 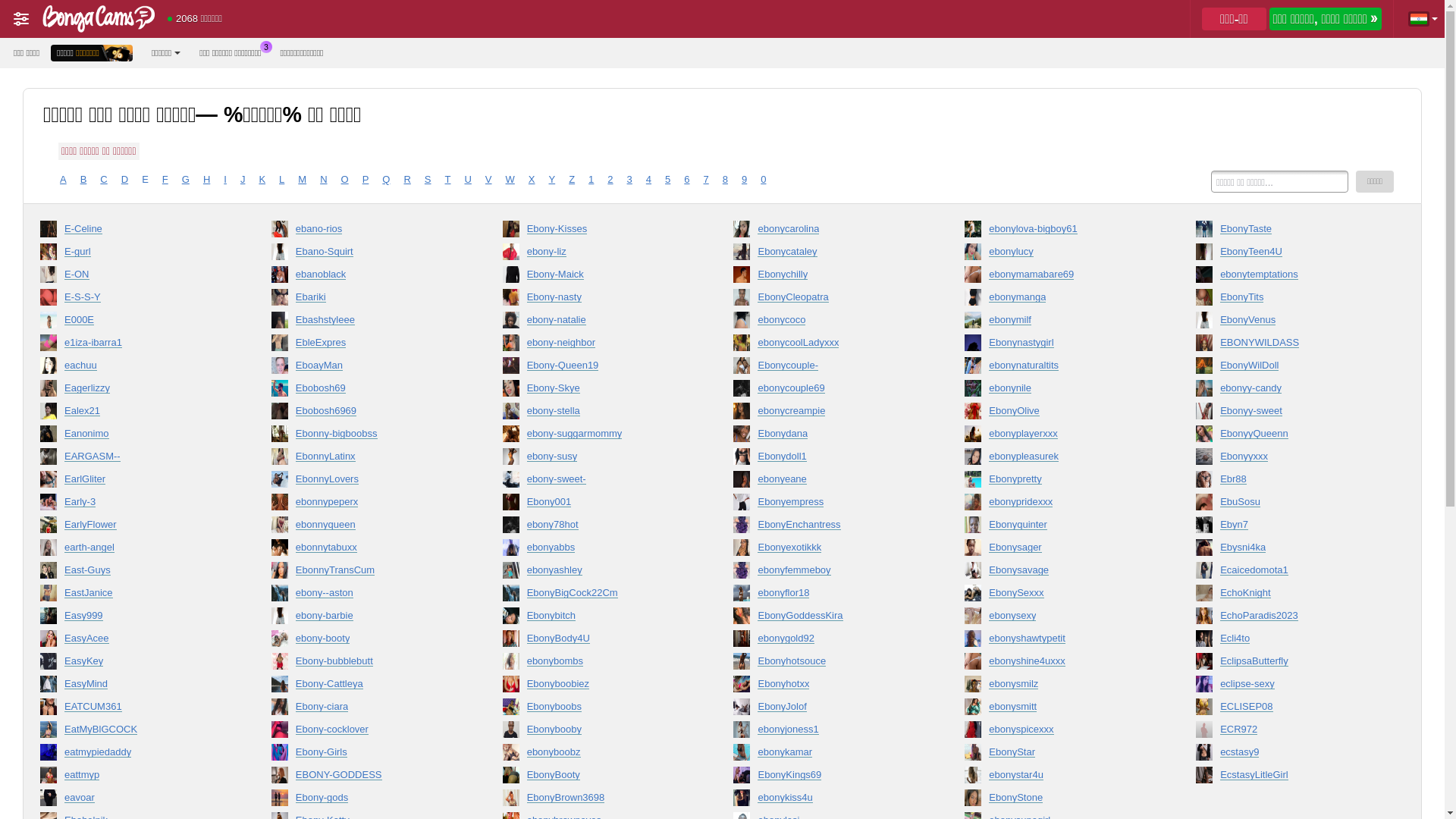 What do you see at coordinates (365, 231) in the screenshot?
I see `'ebano-rios'` at bounding box center [365, 231].